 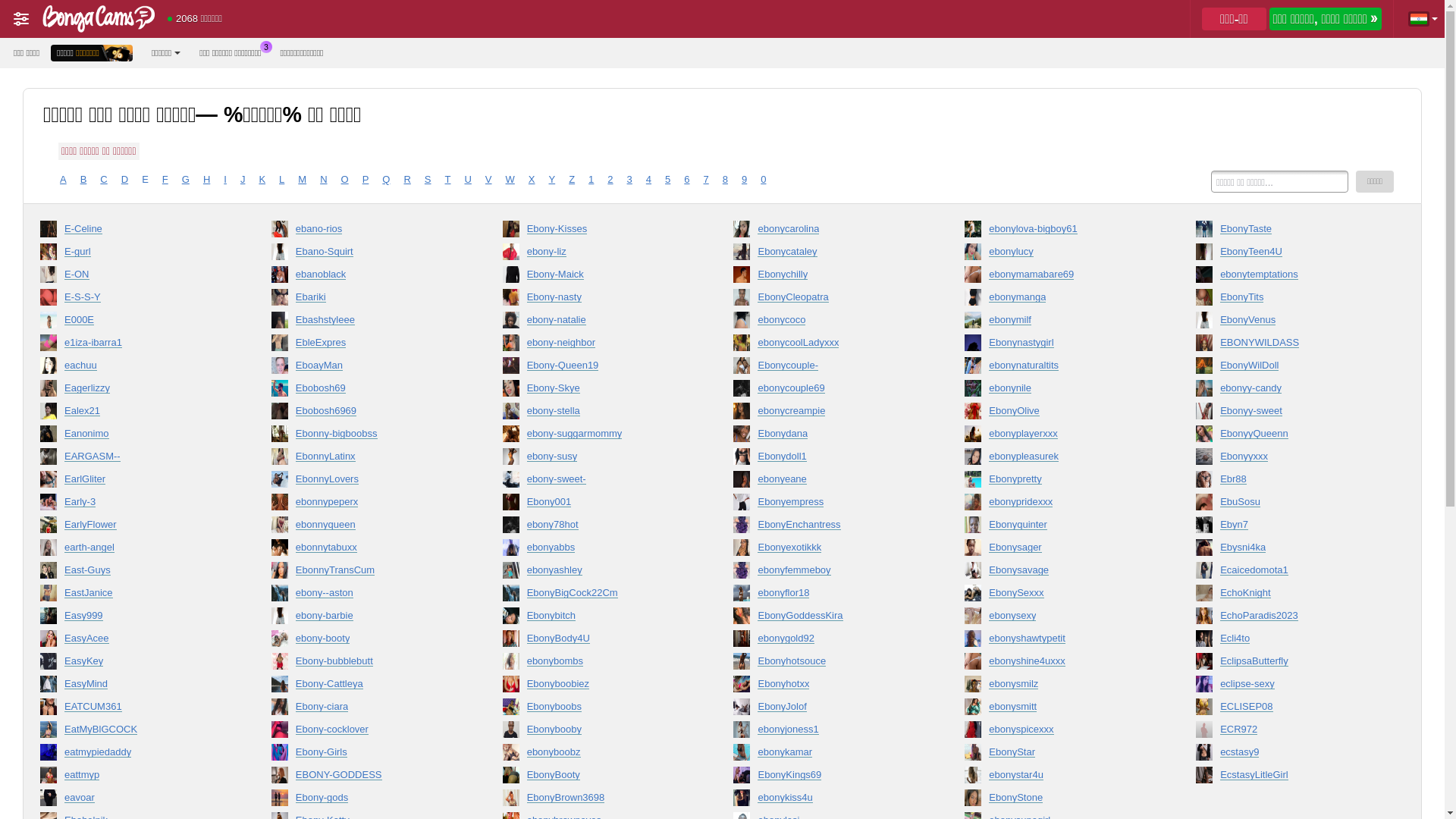 What do you see at coordinates (365, 231) in the screenshot?
I see `'ebano-rios'` at bounding box center [365, 231].